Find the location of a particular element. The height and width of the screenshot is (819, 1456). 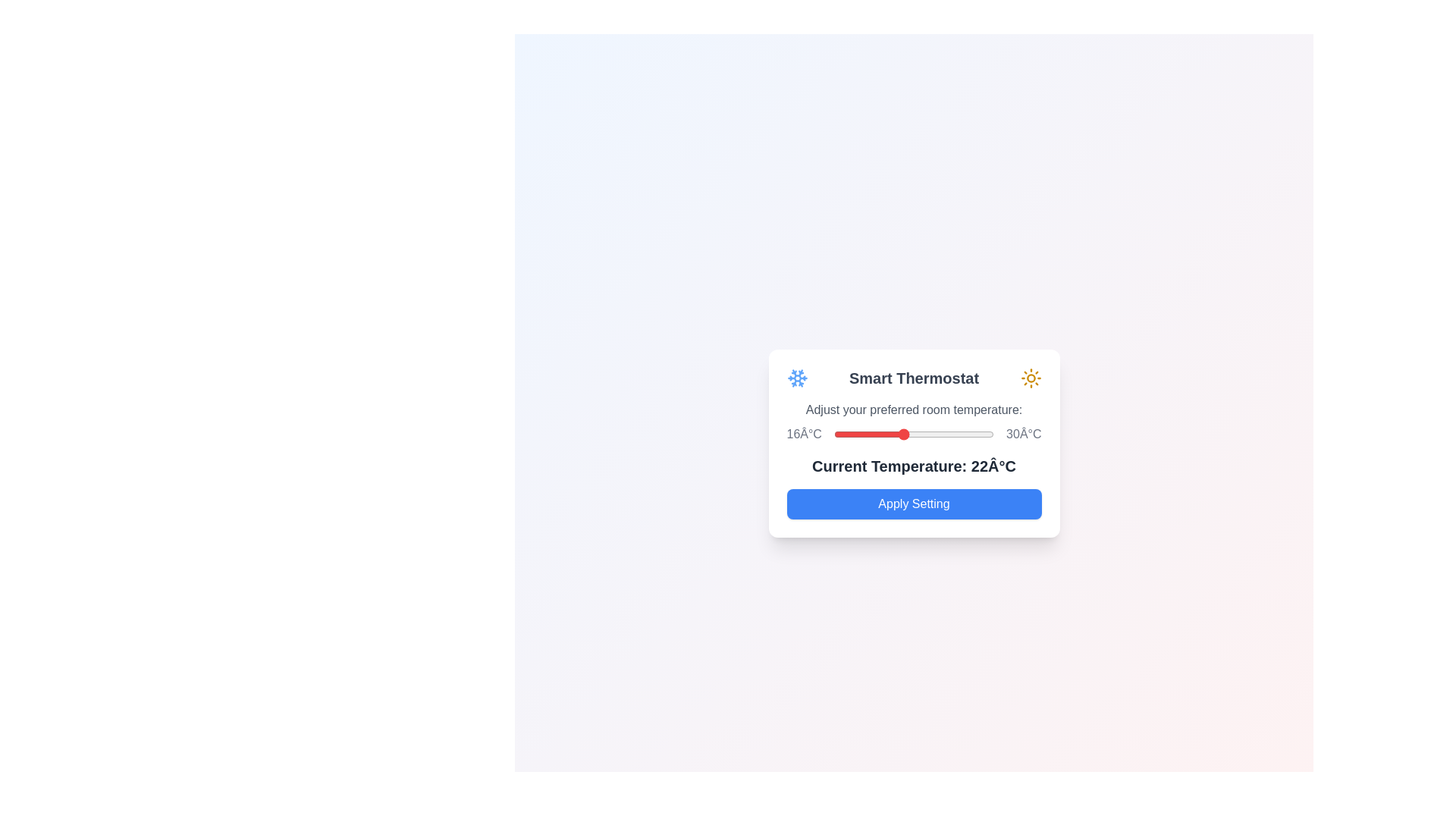

the temperature slider to set the temperature to 17°C is located at coordinates (844, 435).